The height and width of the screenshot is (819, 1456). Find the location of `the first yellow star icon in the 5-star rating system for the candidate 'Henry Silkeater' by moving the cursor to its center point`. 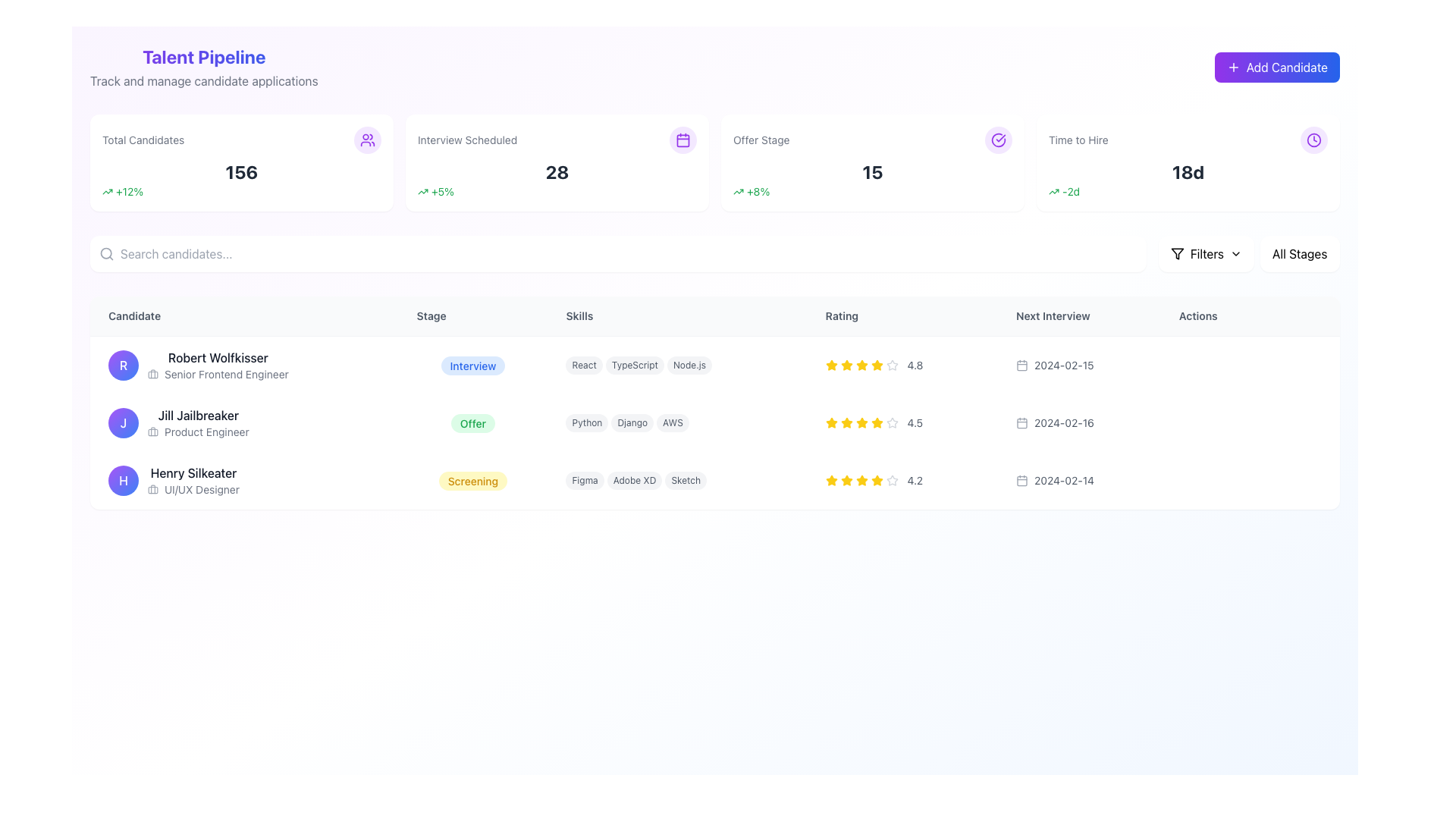

the first yellow star icon in the 5-star rating system for the candidate 'Henry Silkeater' by moving the cursor to its center point is located at coordinates (830, 480).